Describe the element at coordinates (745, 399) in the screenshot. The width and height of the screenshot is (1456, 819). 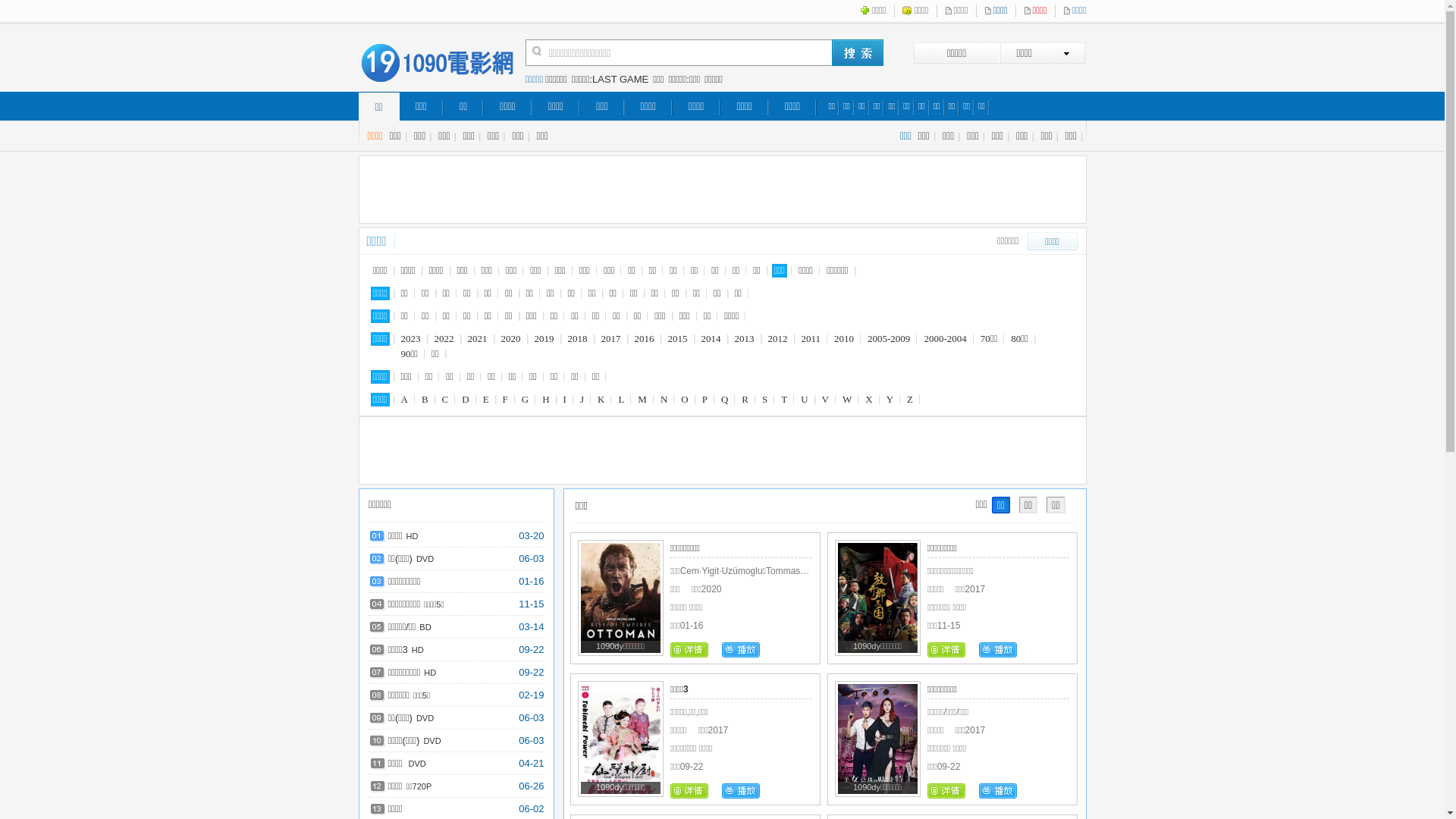
I see `'R'` at that location.